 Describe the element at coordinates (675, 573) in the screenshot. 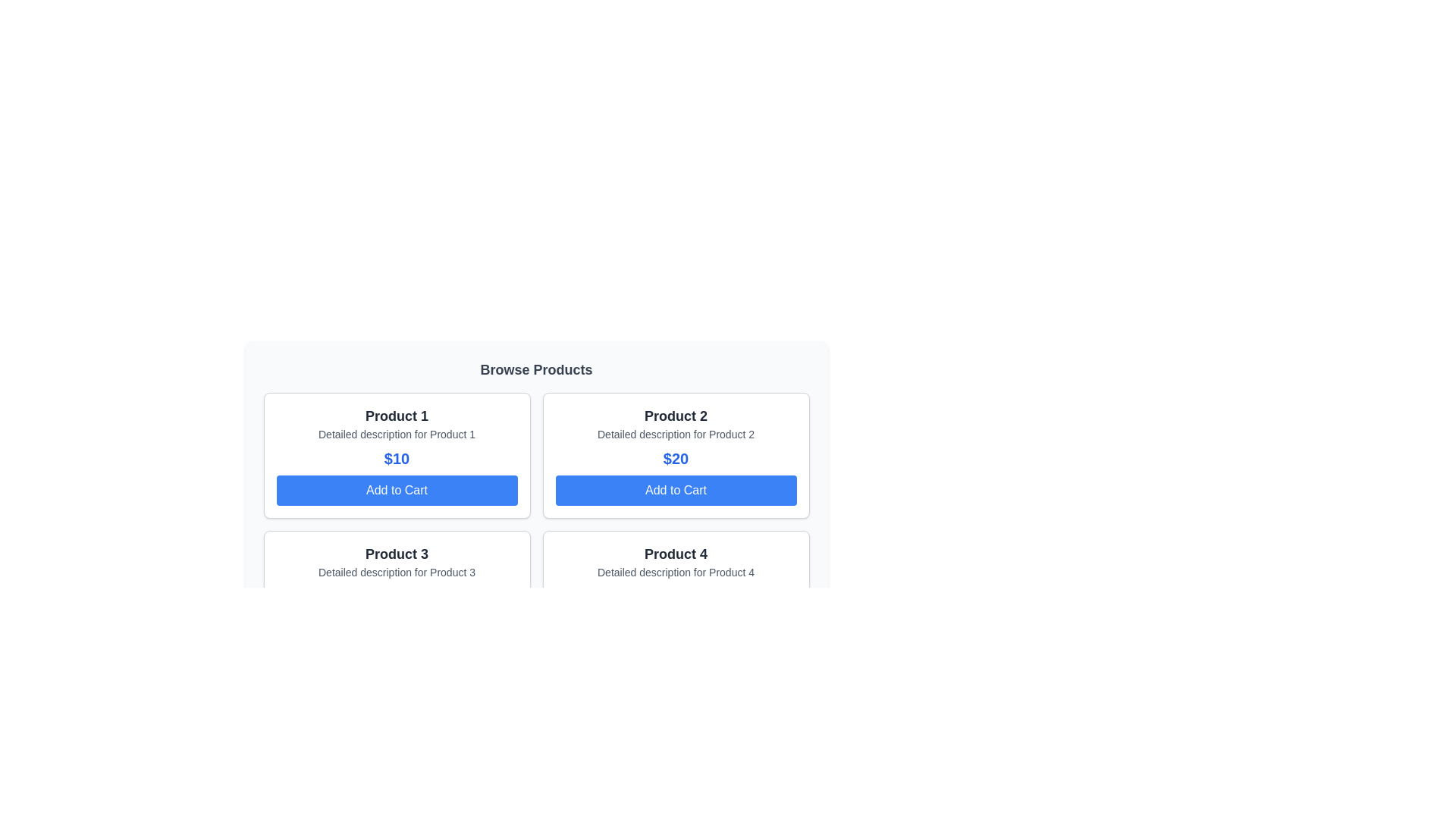

I see `the informative text element providing a description of 'Product 4', which is located beneath the product title and above the price` at that location.